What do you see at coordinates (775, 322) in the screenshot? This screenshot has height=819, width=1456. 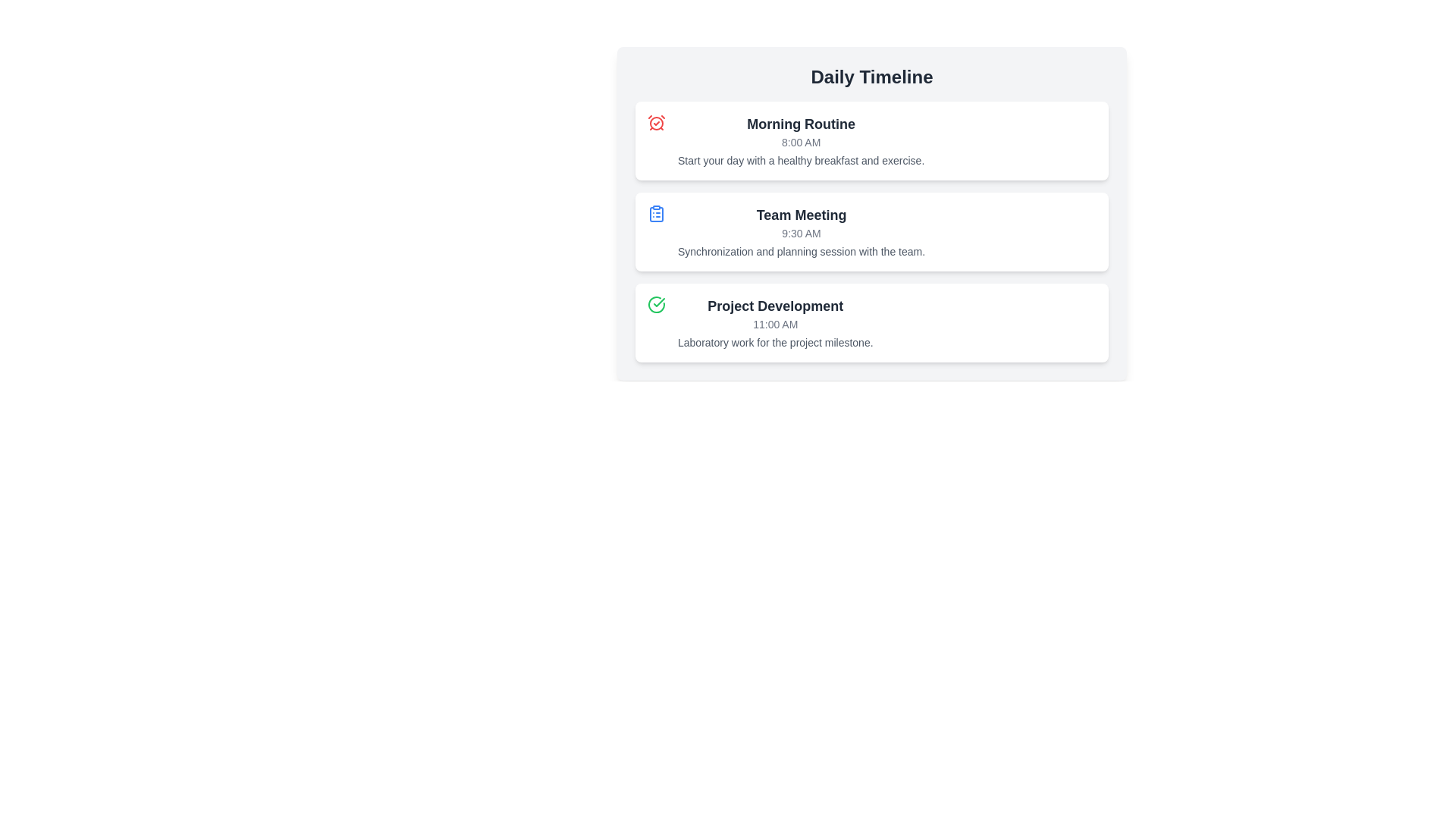 I see `textual content block containing the title 'Project Development', timestamp '11:00 AM', and subtitle 'Laboratory work for the project milestone.' located in the third card of the 'Daily Timeline' interface` at bounding box center [775, 322].